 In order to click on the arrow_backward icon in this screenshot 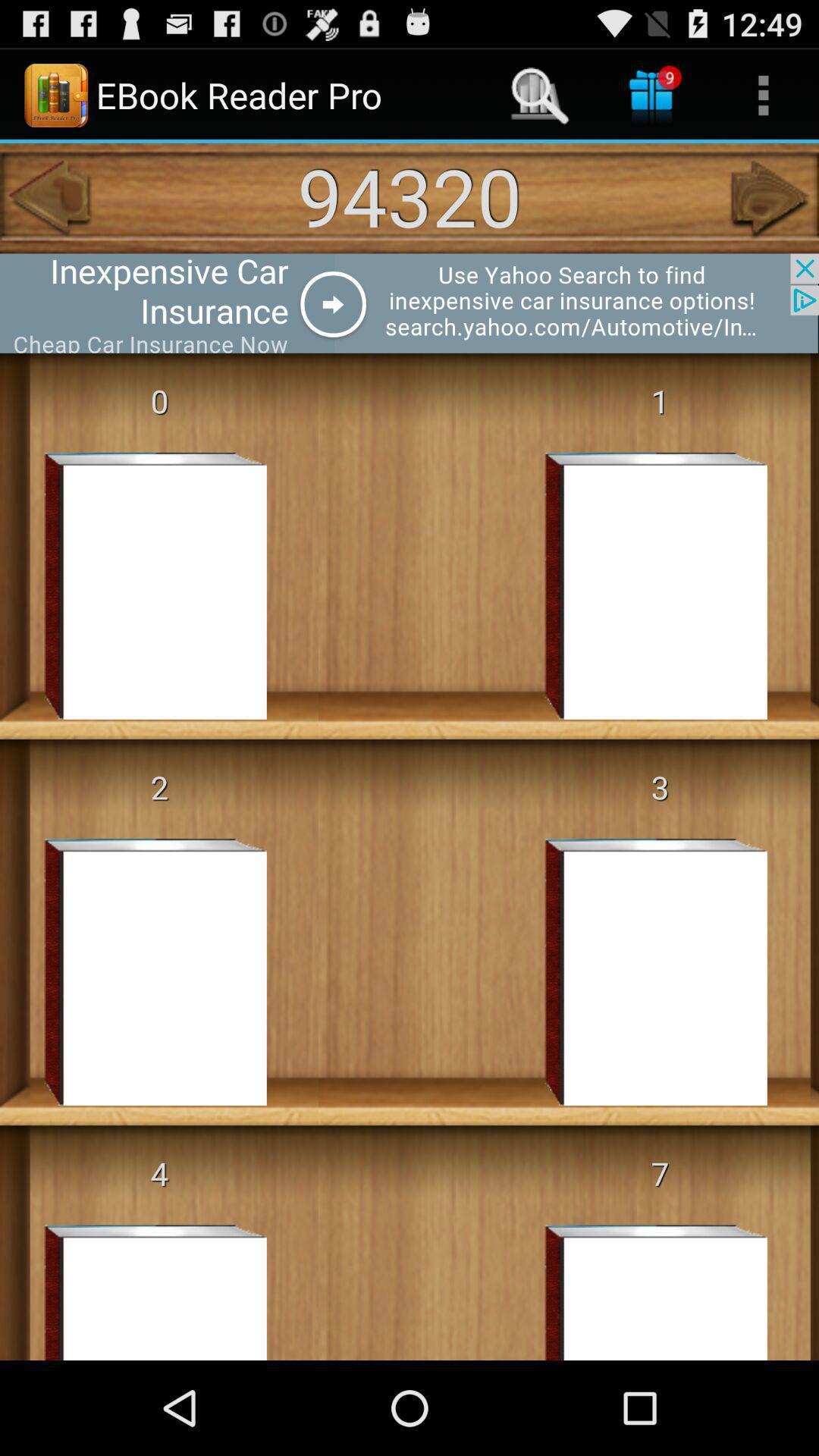, I will do `click(46, 212)`.